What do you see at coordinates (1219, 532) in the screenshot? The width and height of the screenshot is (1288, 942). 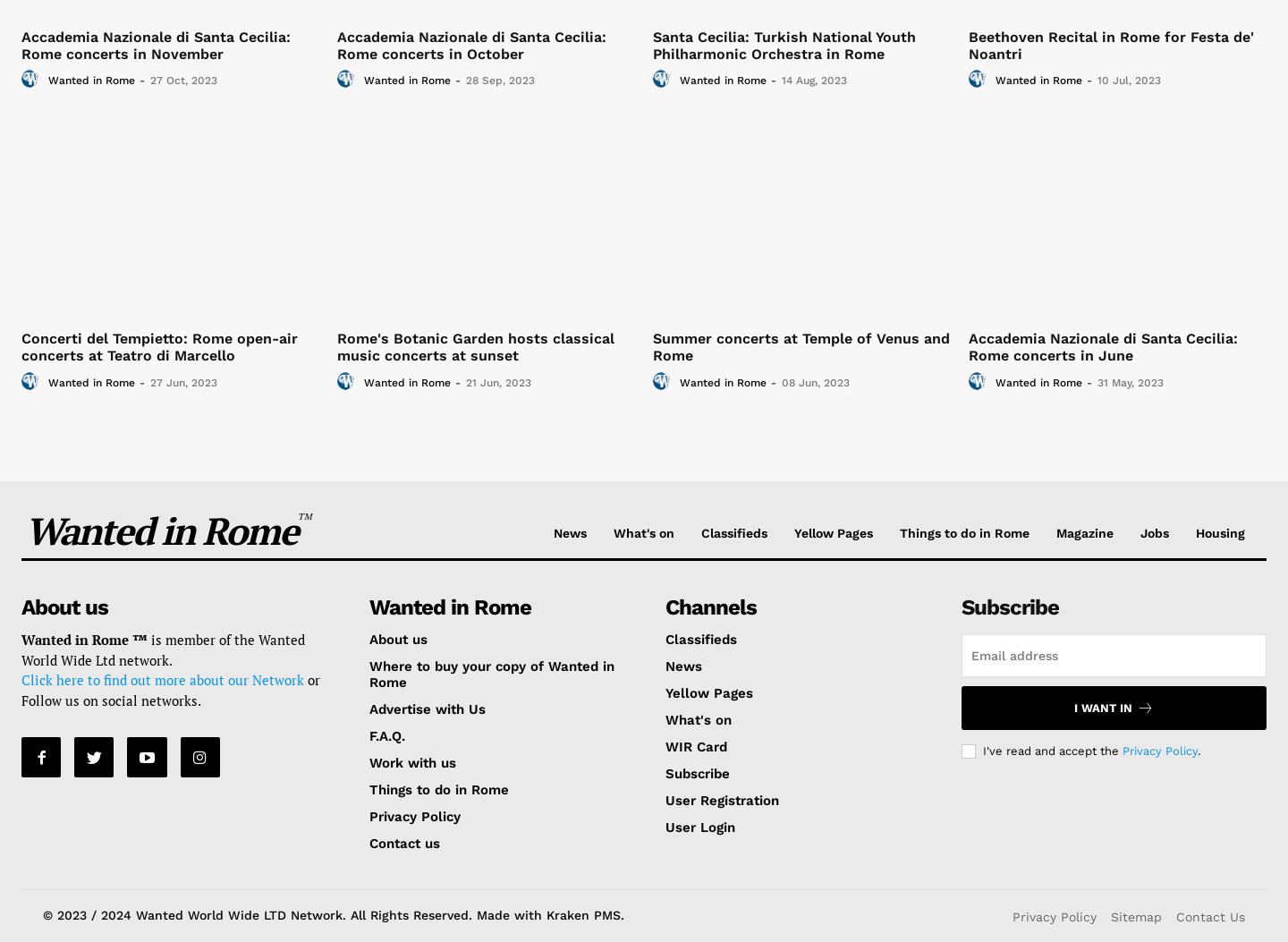 I see `'Housing'` at bounding box center [1219, 532].